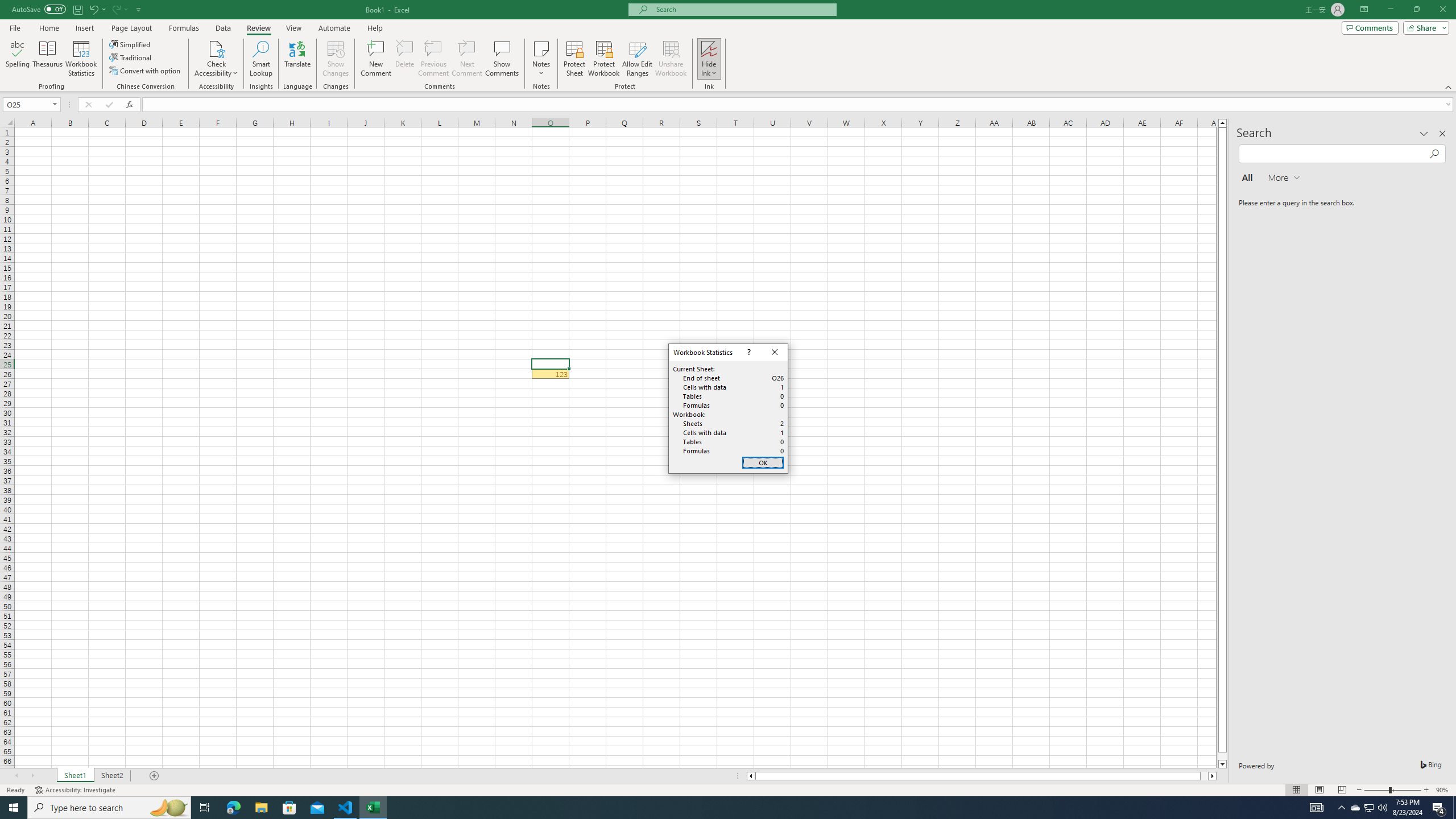  Describe the element at coordinates (111, 775) in the screenshot. I see `'Sheet2'` at that location.